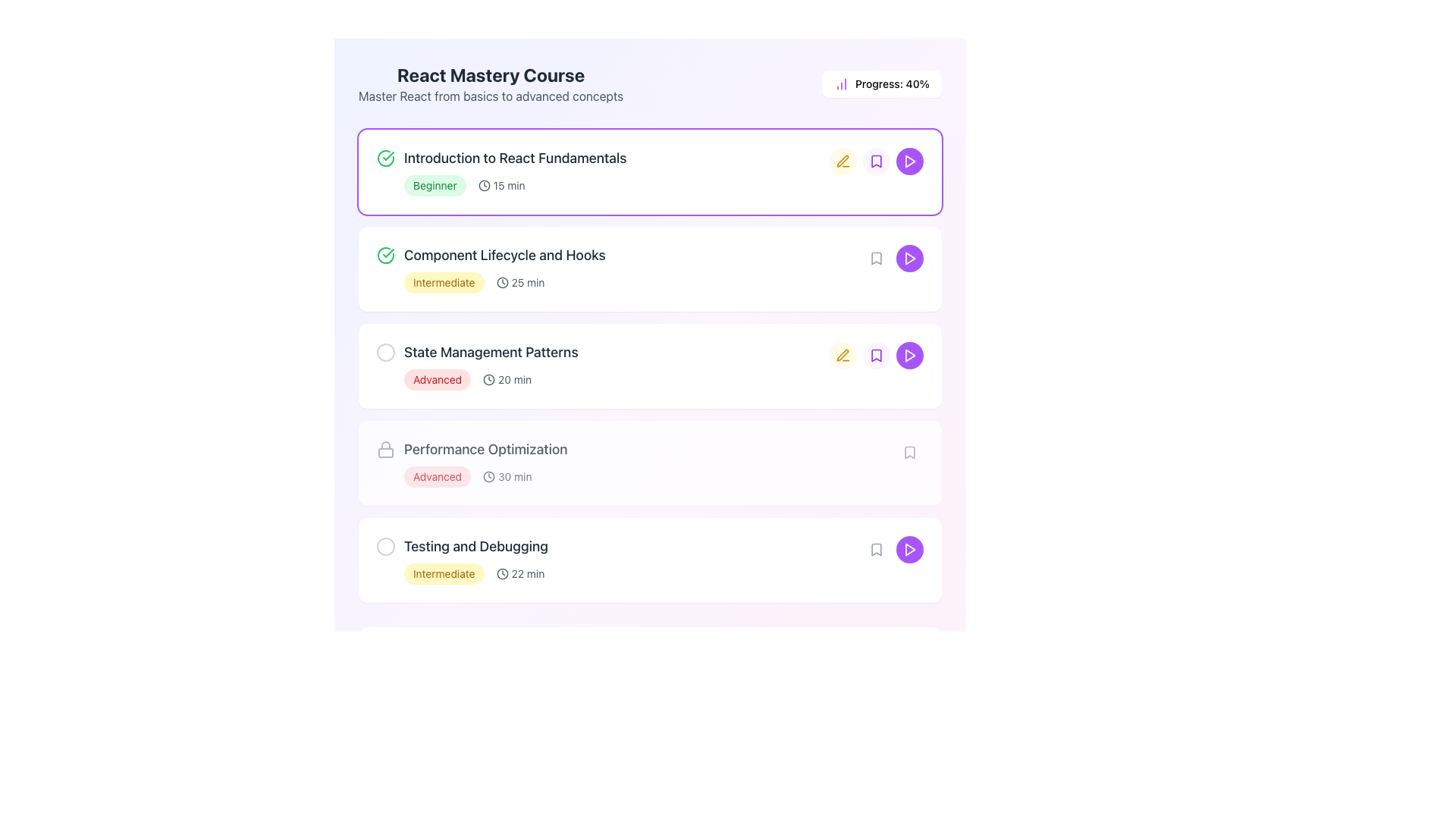  Describe the element at coordinates (502, 573) in the screenshot. I see `the circular clock icon located to the left of the '15 min' text underneath 'Introduction to React Fundamentals'` at that location.